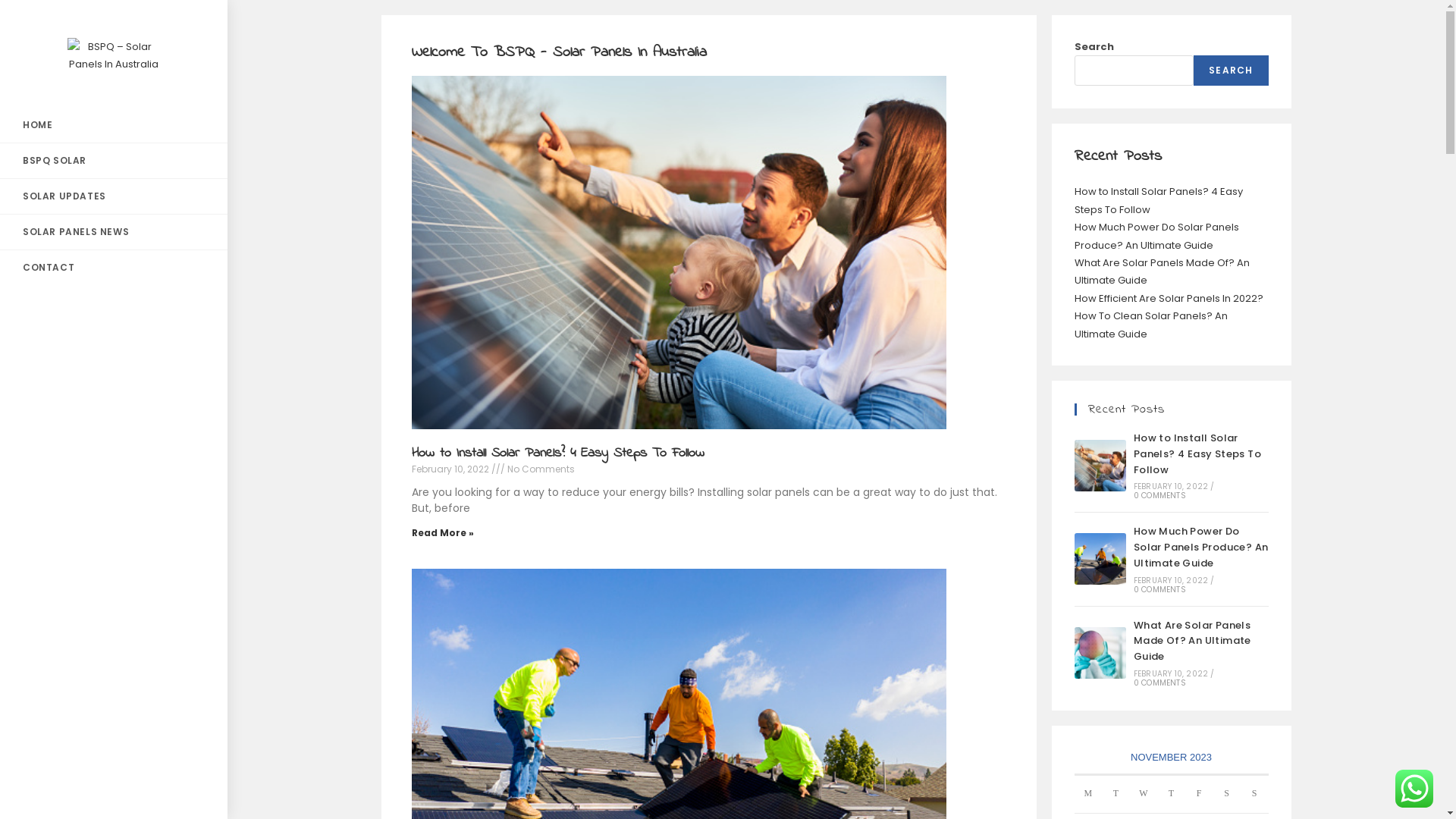 The width and height of the screenshot is (1456, 819). I want to click on 'BSPQ SOLAR', so click(112, 161).